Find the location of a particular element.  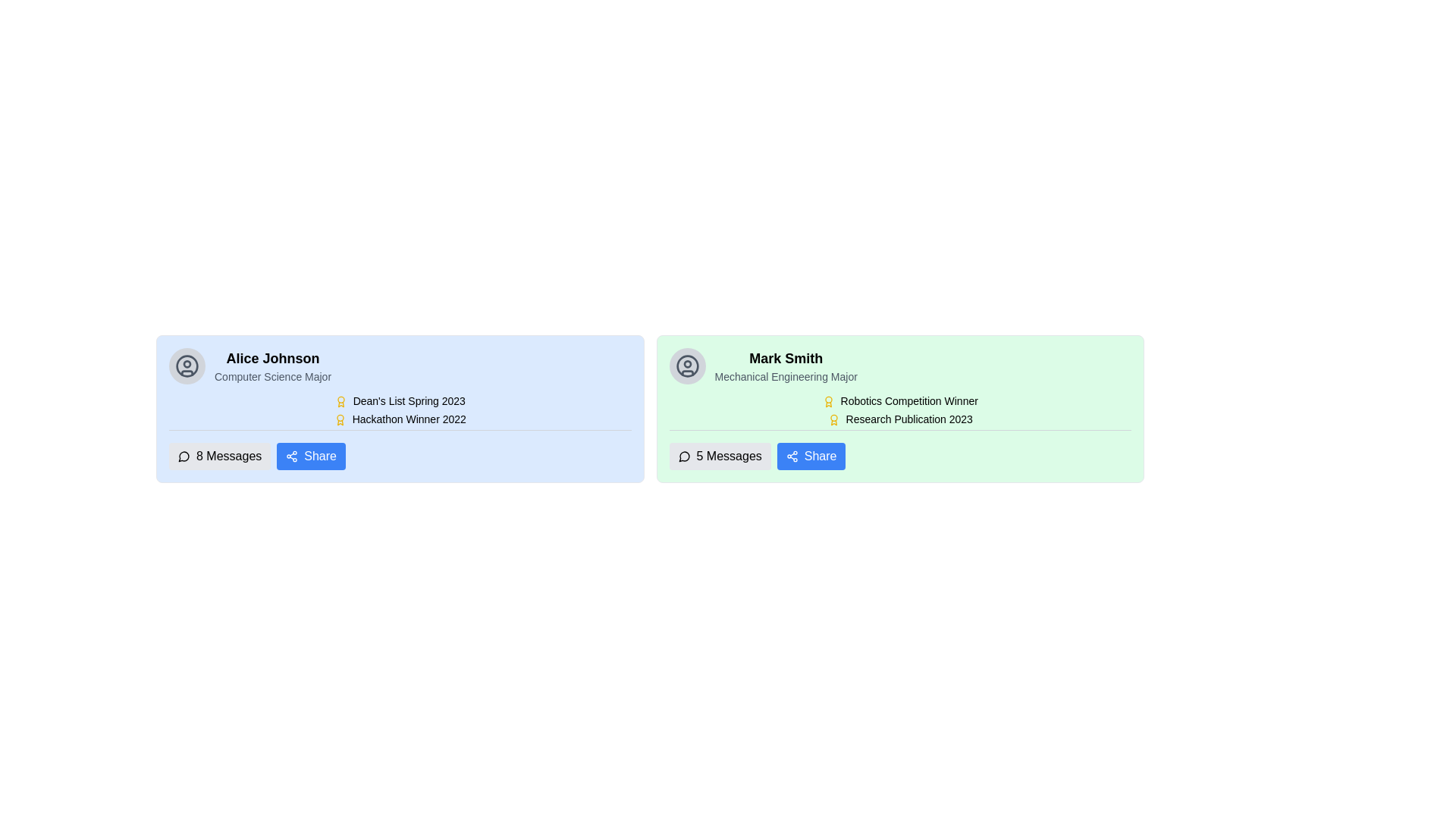

the 'Share' button, which has a blue background and white text is located at coordinates (310, 455).